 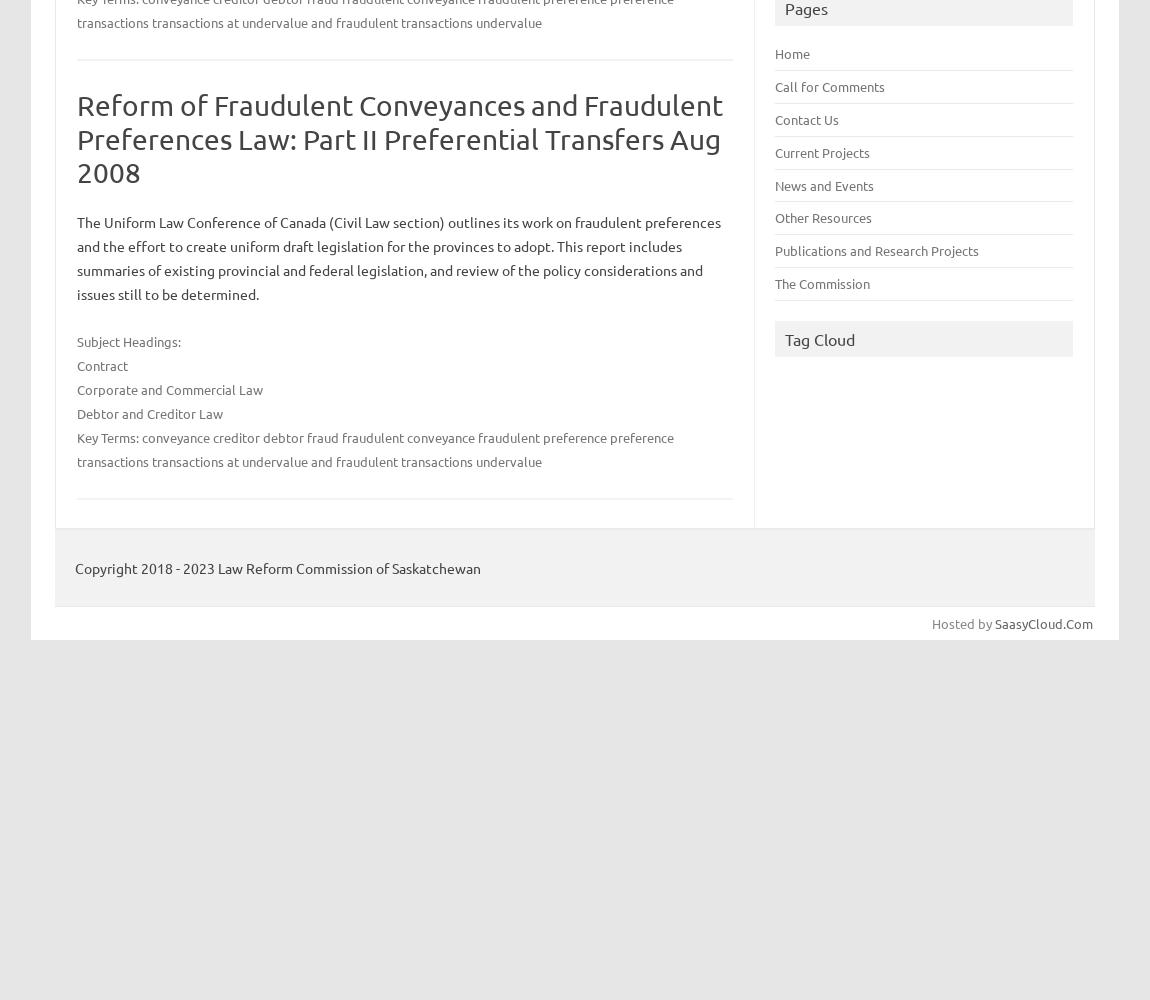 What do you see at coordinates (821, 283) in the screenshot?
I see `'The Commission'` at bounding box center [821, 283].